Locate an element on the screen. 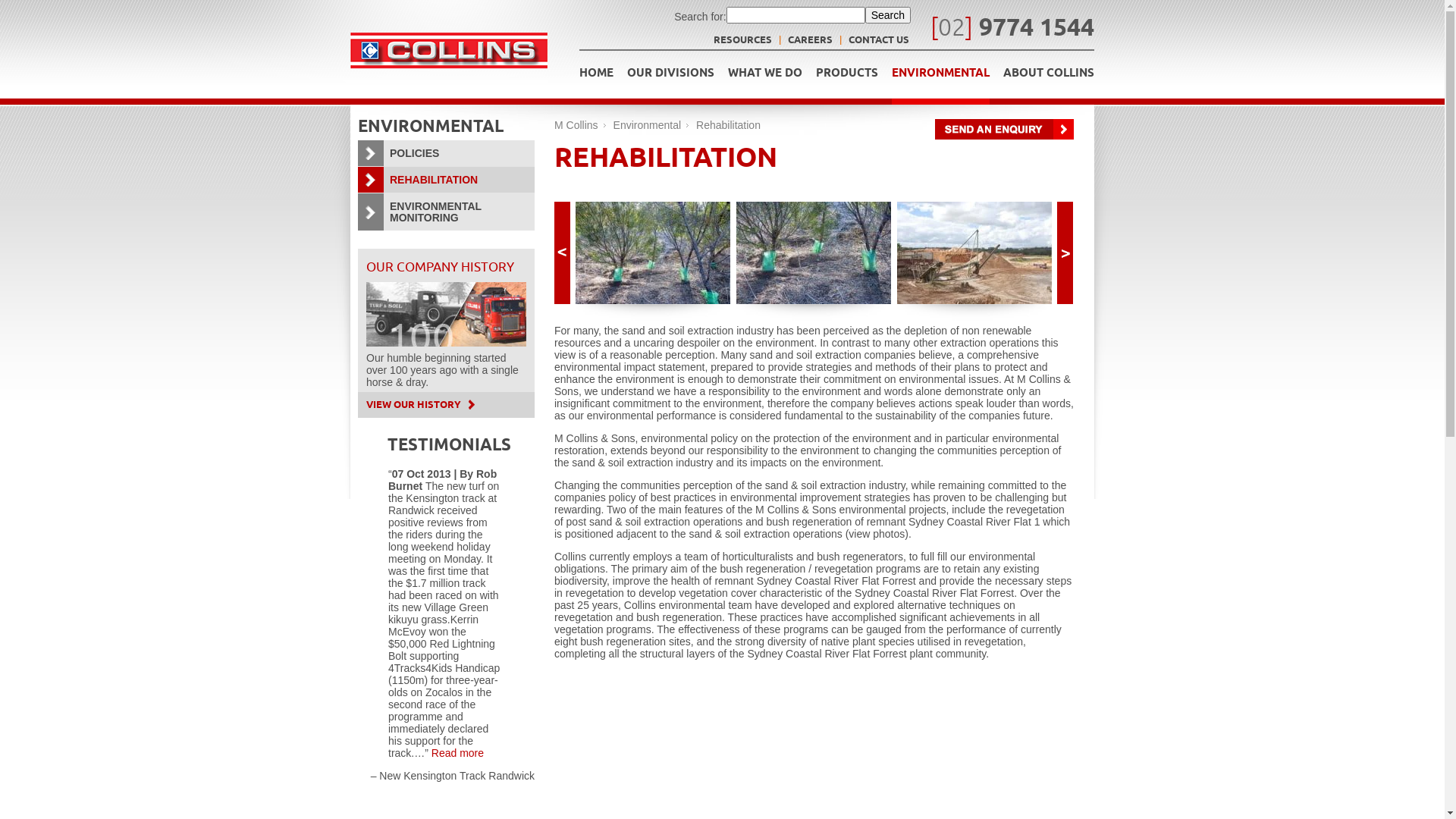 The height and width of the screenshot is (819, 1456). 'Read more' is located at coordinates (457, 752).